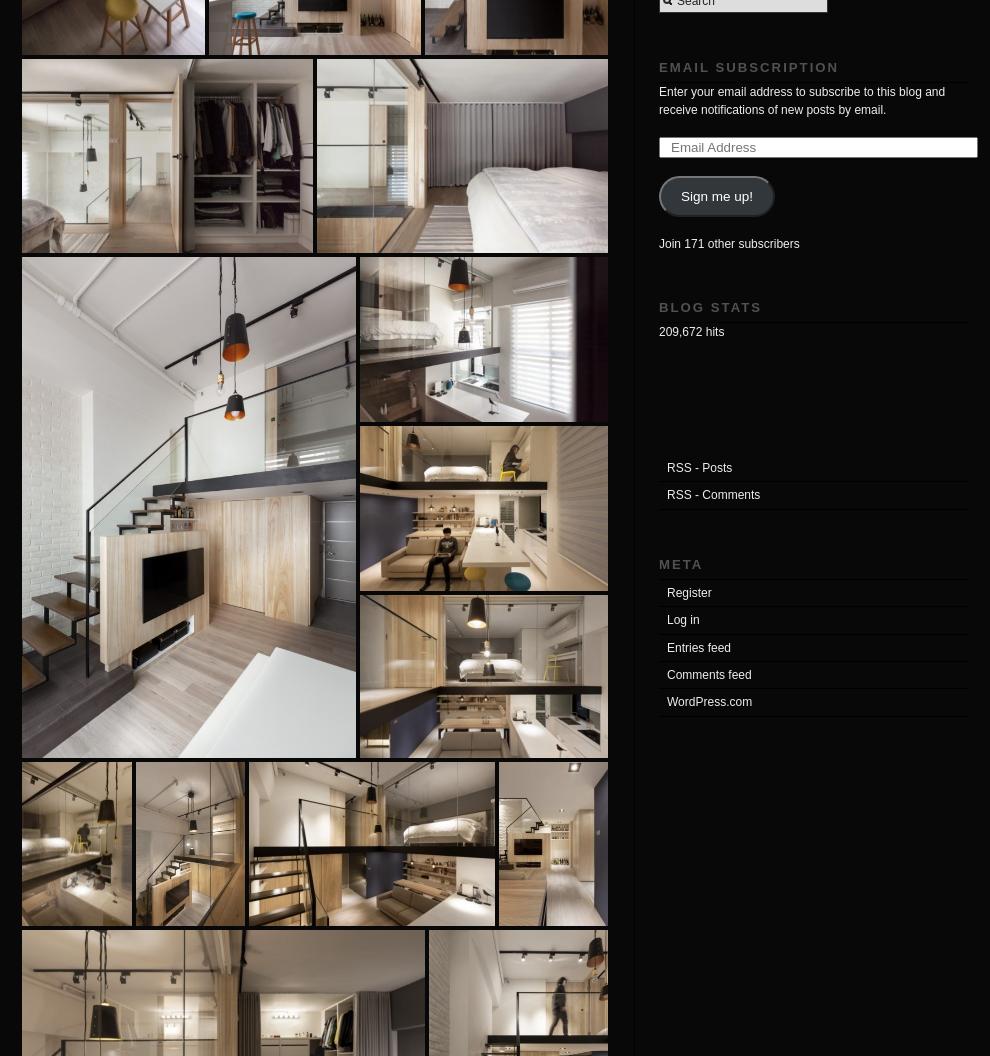 This screenshot has width=990, height=1056. I want to click on 'Entries feed', so click(698, 646).